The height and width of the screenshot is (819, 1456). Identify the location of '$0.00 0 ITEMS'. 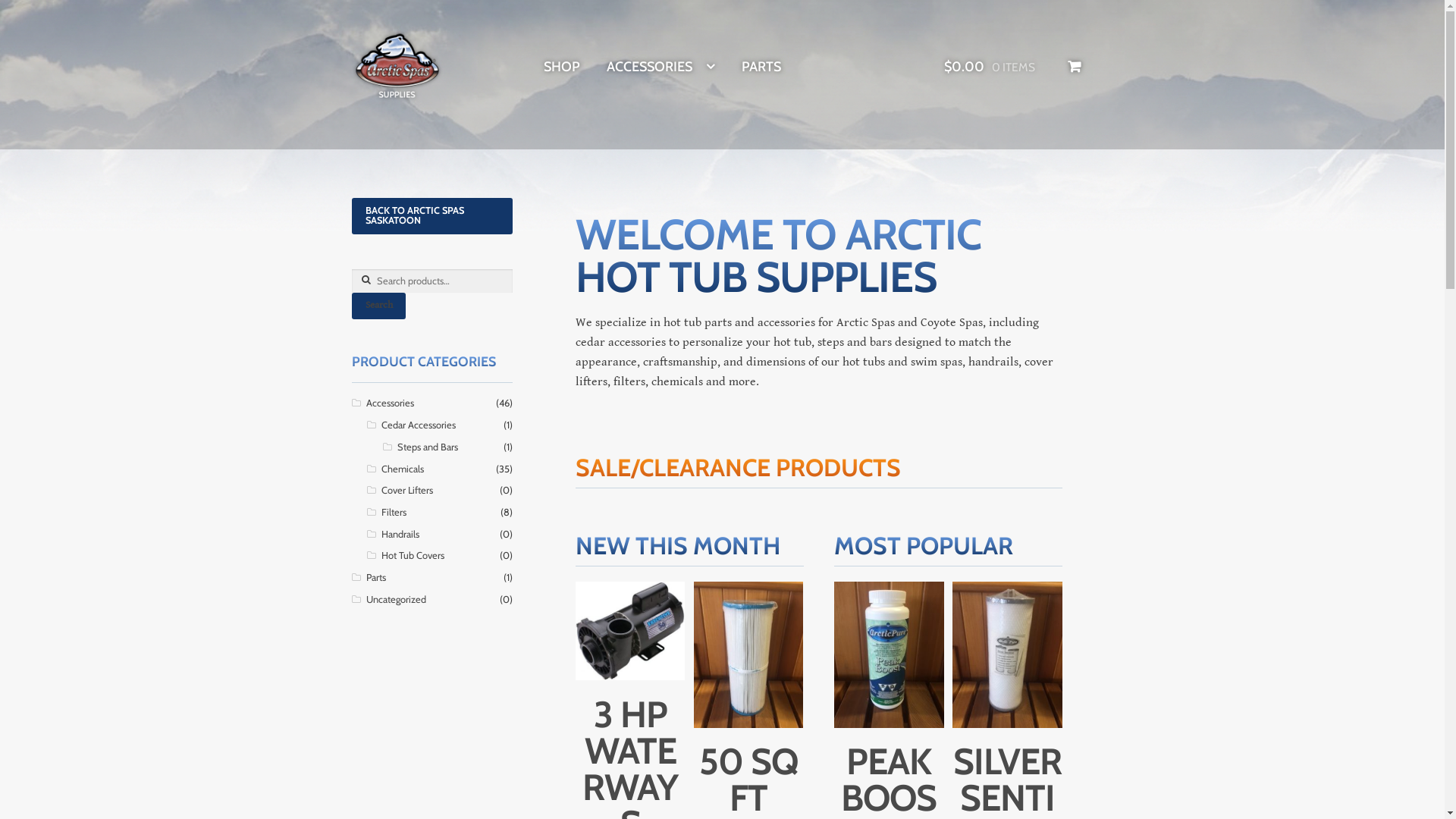
(1012, 66).